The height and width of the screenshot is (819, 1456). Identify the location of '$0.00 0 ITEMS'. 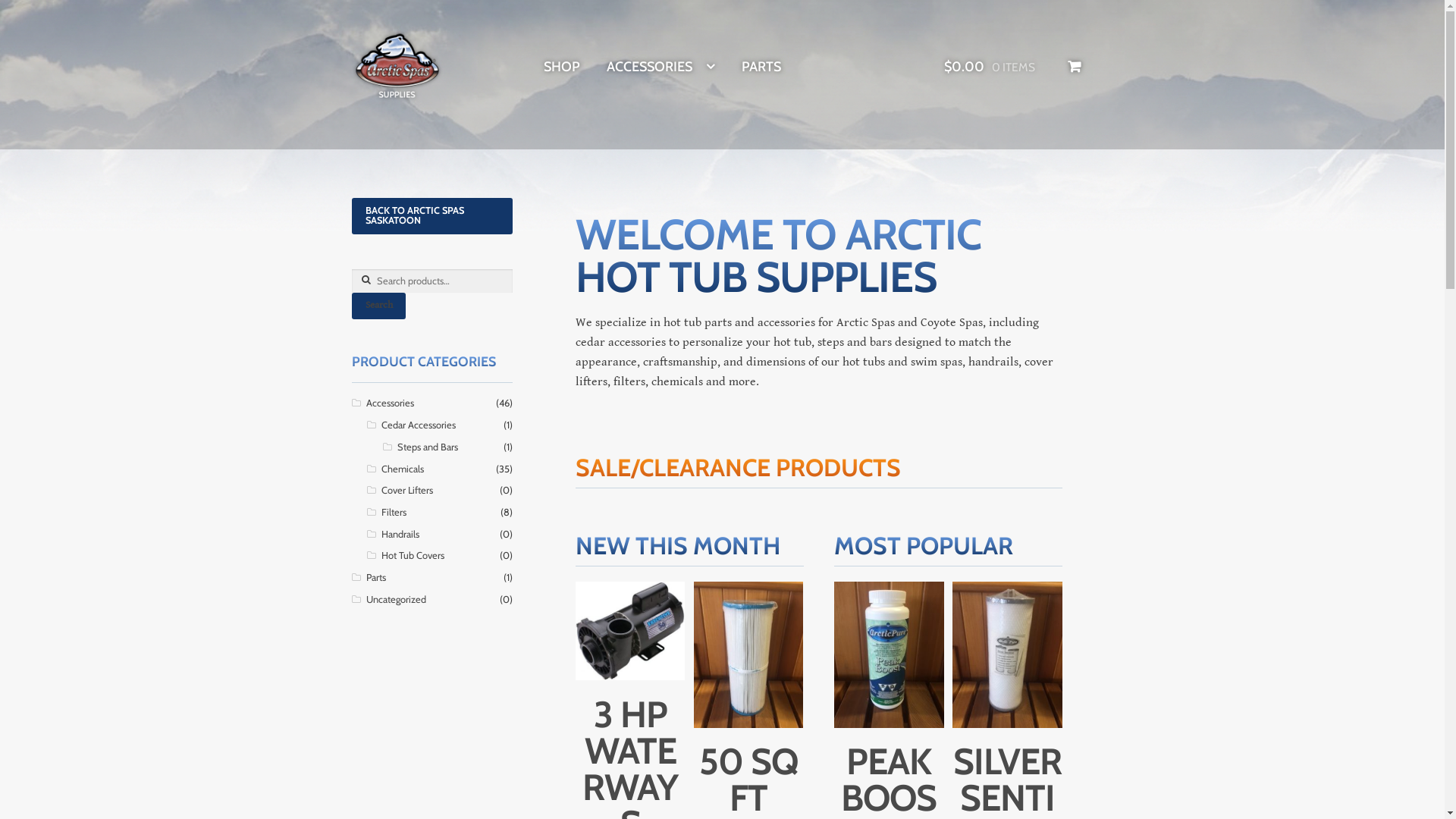
(1012, 66).